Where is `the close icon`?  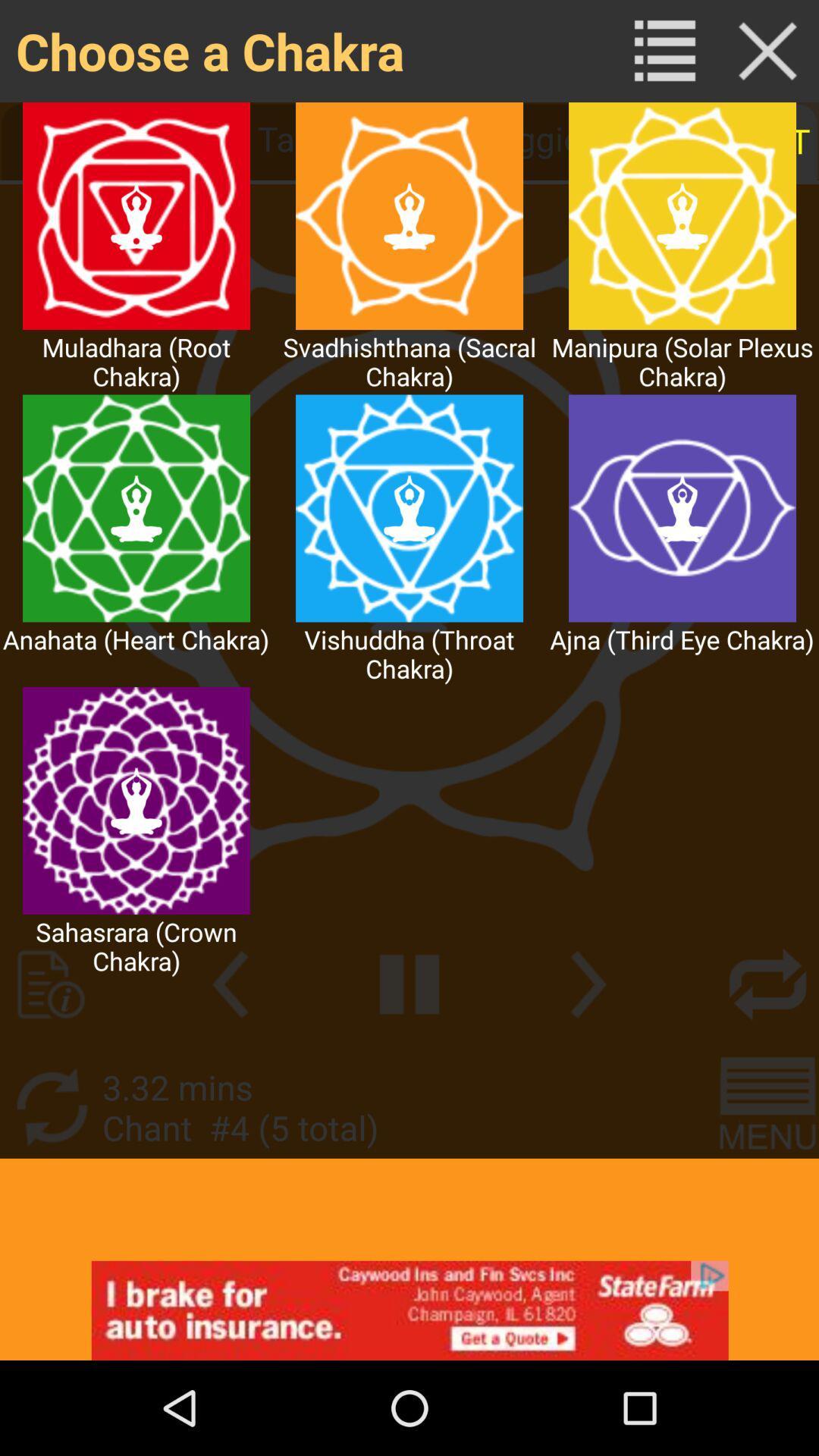 the close icon is located at coordinates (767, 55).